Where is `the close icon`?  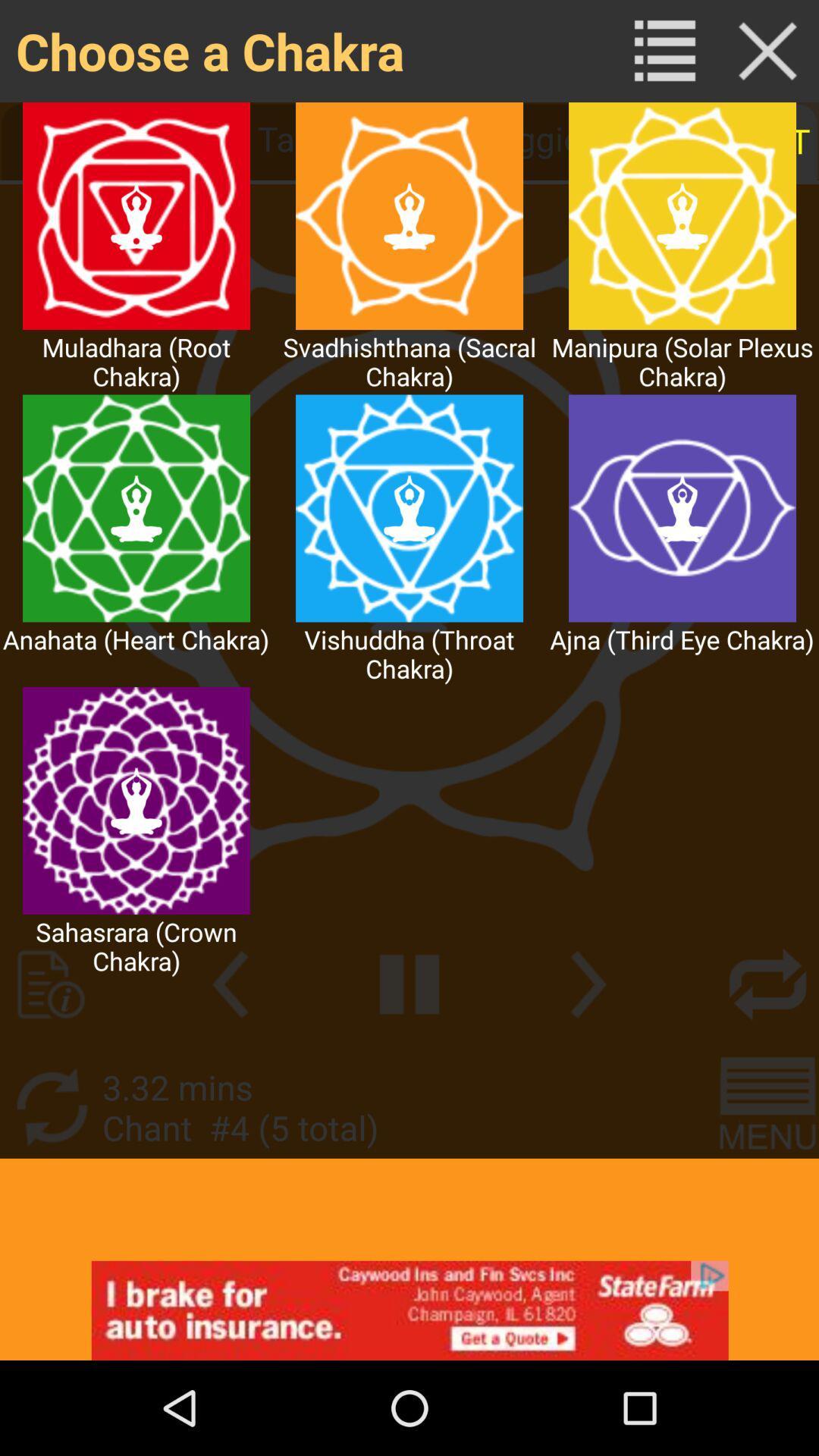 the close icon is located at coordinates (767, 55).